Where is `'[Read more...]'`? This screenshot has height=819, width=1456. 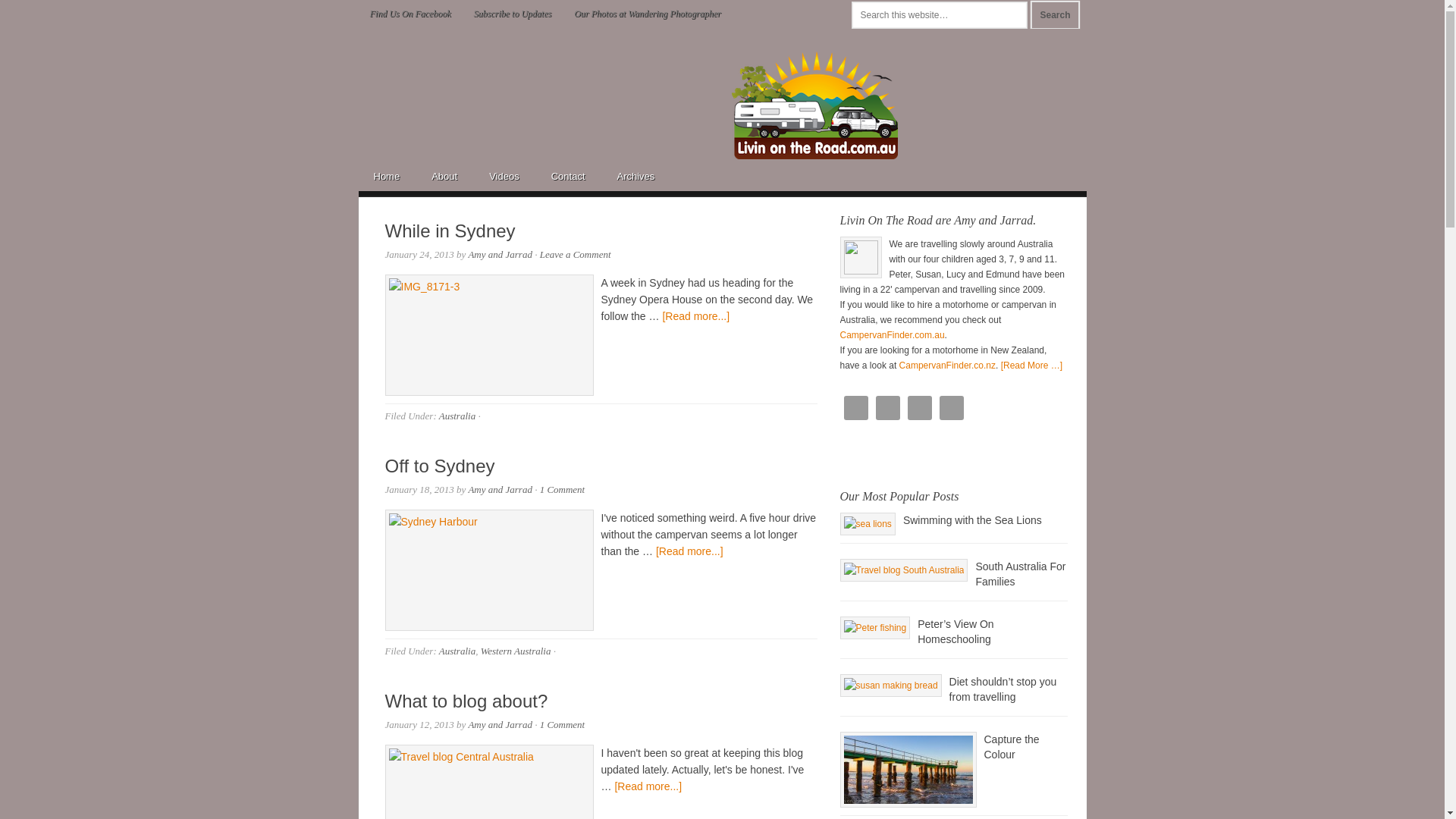
'[Read more...]' is located at coordinates (648, 786).